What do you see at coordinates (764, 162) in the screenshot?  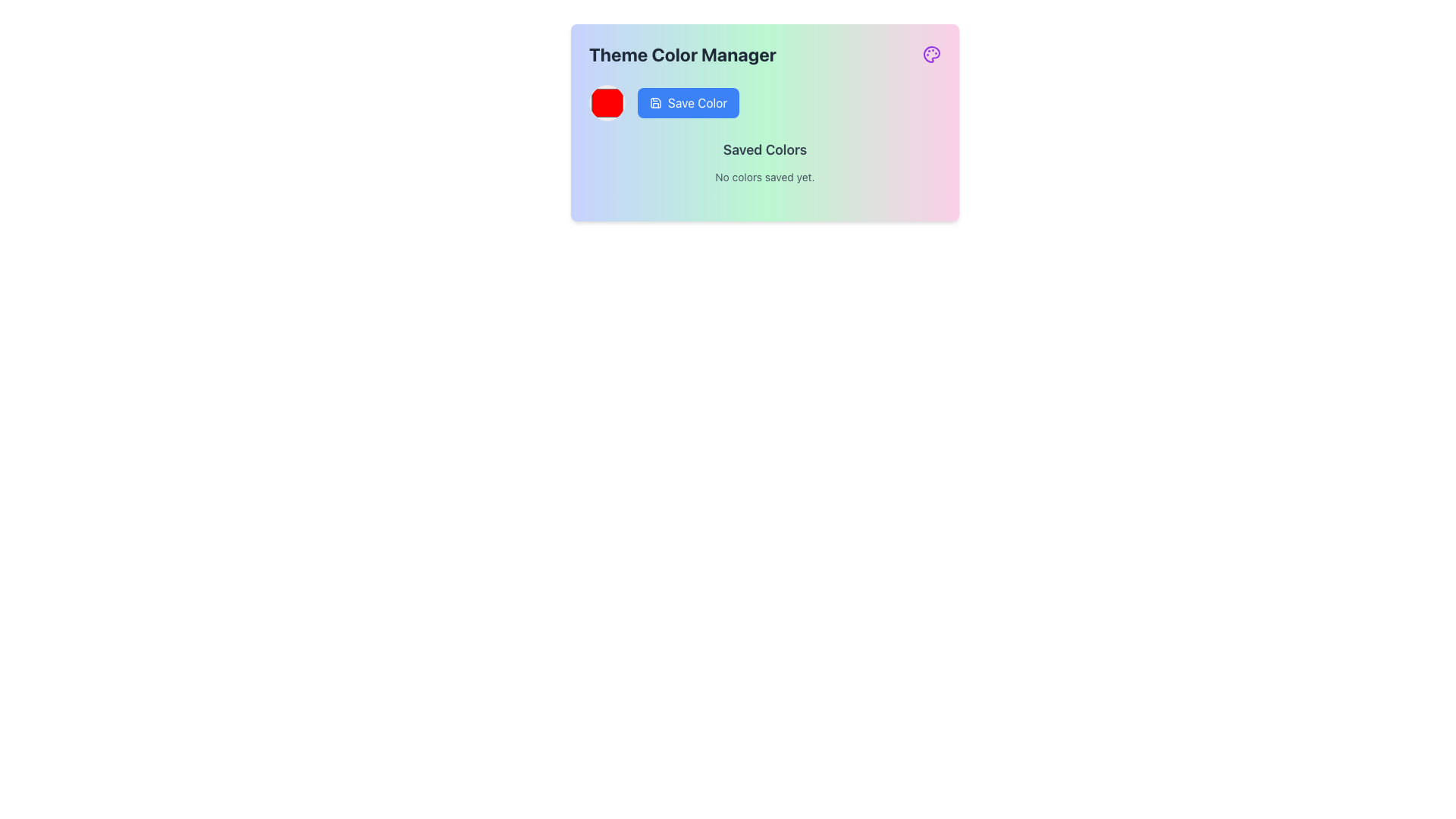 I see `text displayed in the 'Saved Colors' section, which shows 'No colors saved yet.'` at bounding box center [764, 162].